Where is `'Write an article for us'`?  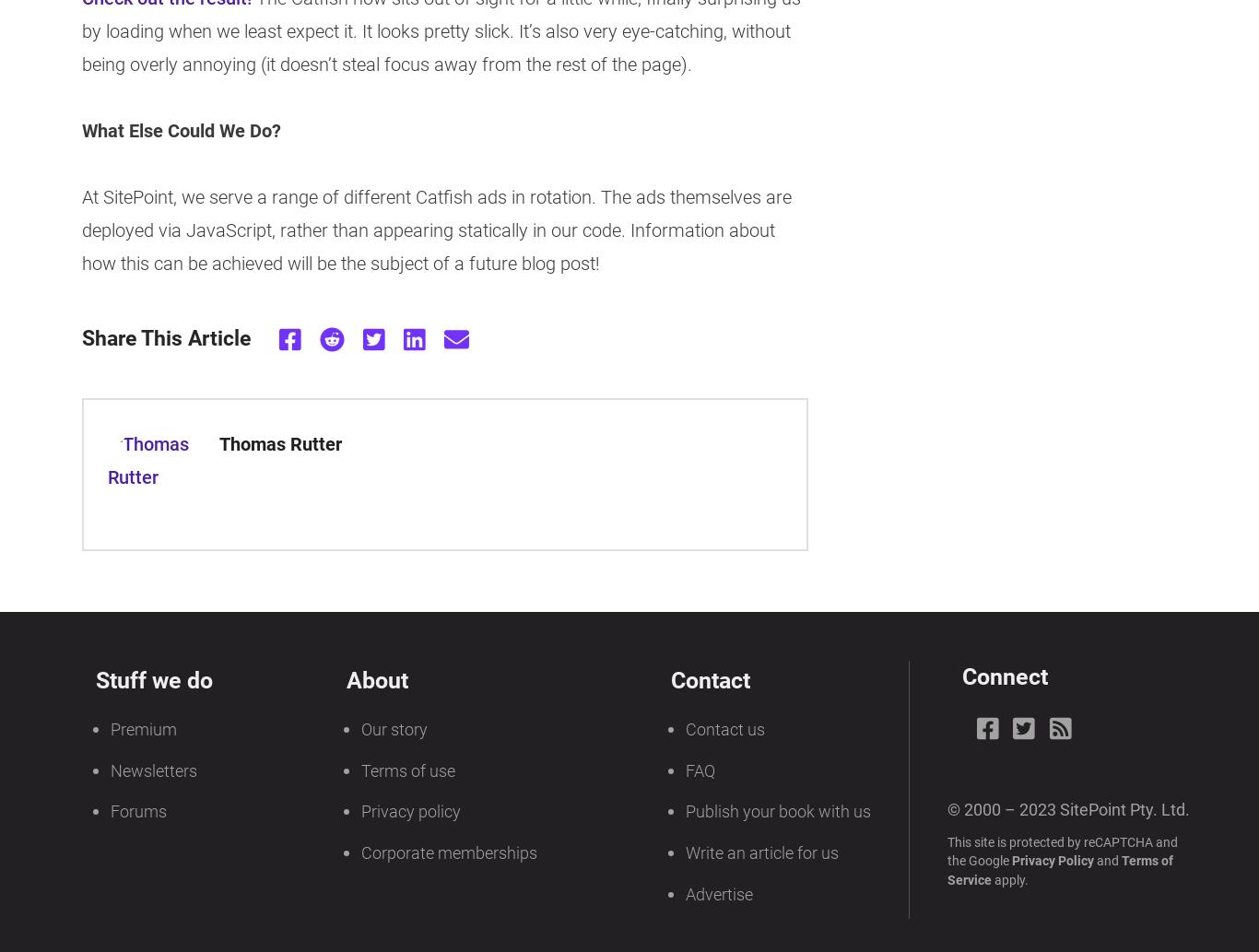
'Write an article for us' is located at coordinates (760, 852).